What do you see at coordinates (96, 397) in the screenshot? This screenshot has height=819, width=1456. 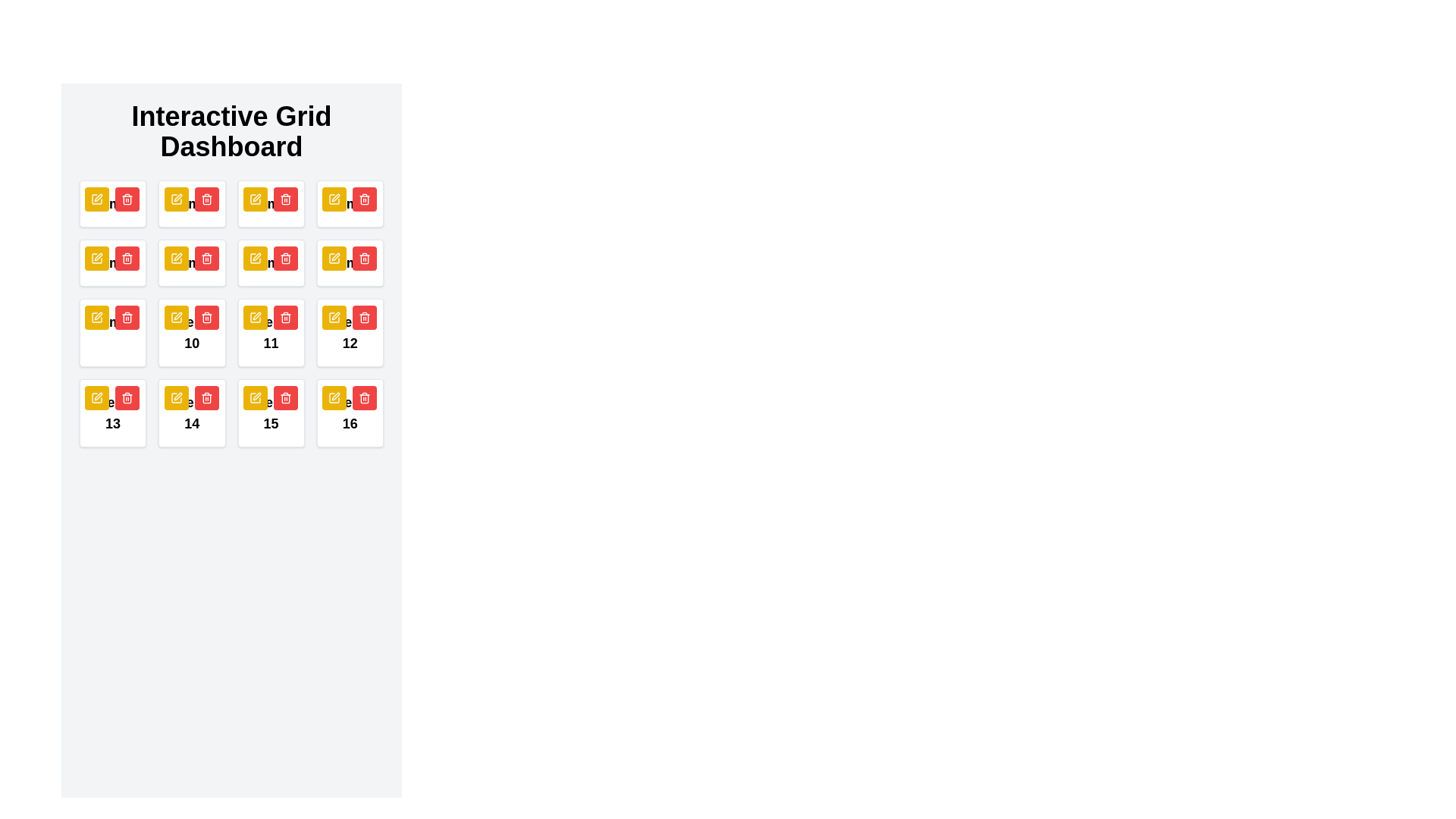 I see `the yellow icon with a pen symbol inside a square located at the bottom-left corner of the grid under item 13` at bounding box center [96, 397].